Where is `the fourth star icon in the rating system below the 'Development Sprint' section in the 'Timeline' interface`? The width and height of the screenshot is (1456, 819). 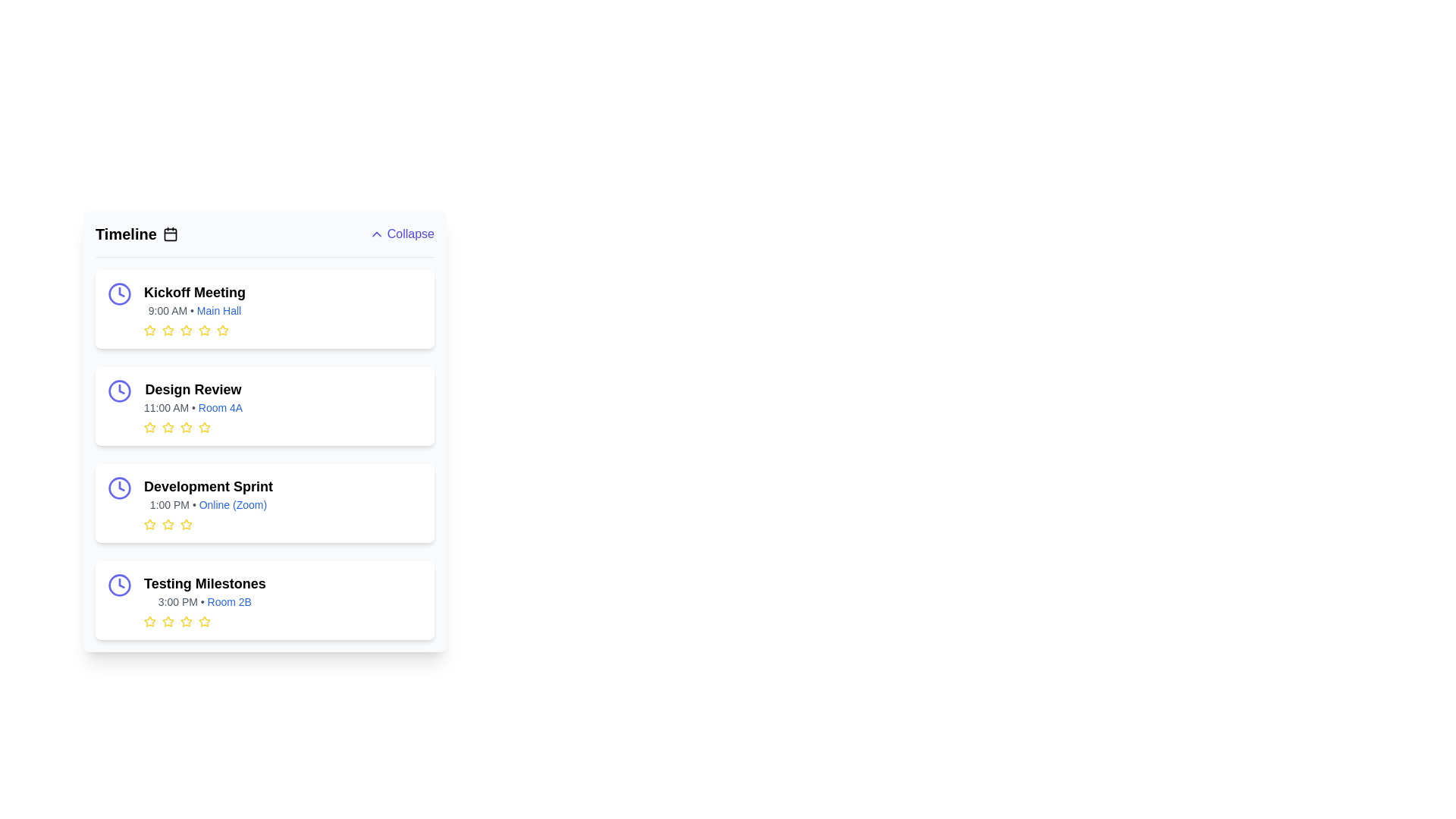 the fourth star icon in the rating system below the 'Development Sprint' section in the 'Timeline' interface is located at coordinates (185, 523).